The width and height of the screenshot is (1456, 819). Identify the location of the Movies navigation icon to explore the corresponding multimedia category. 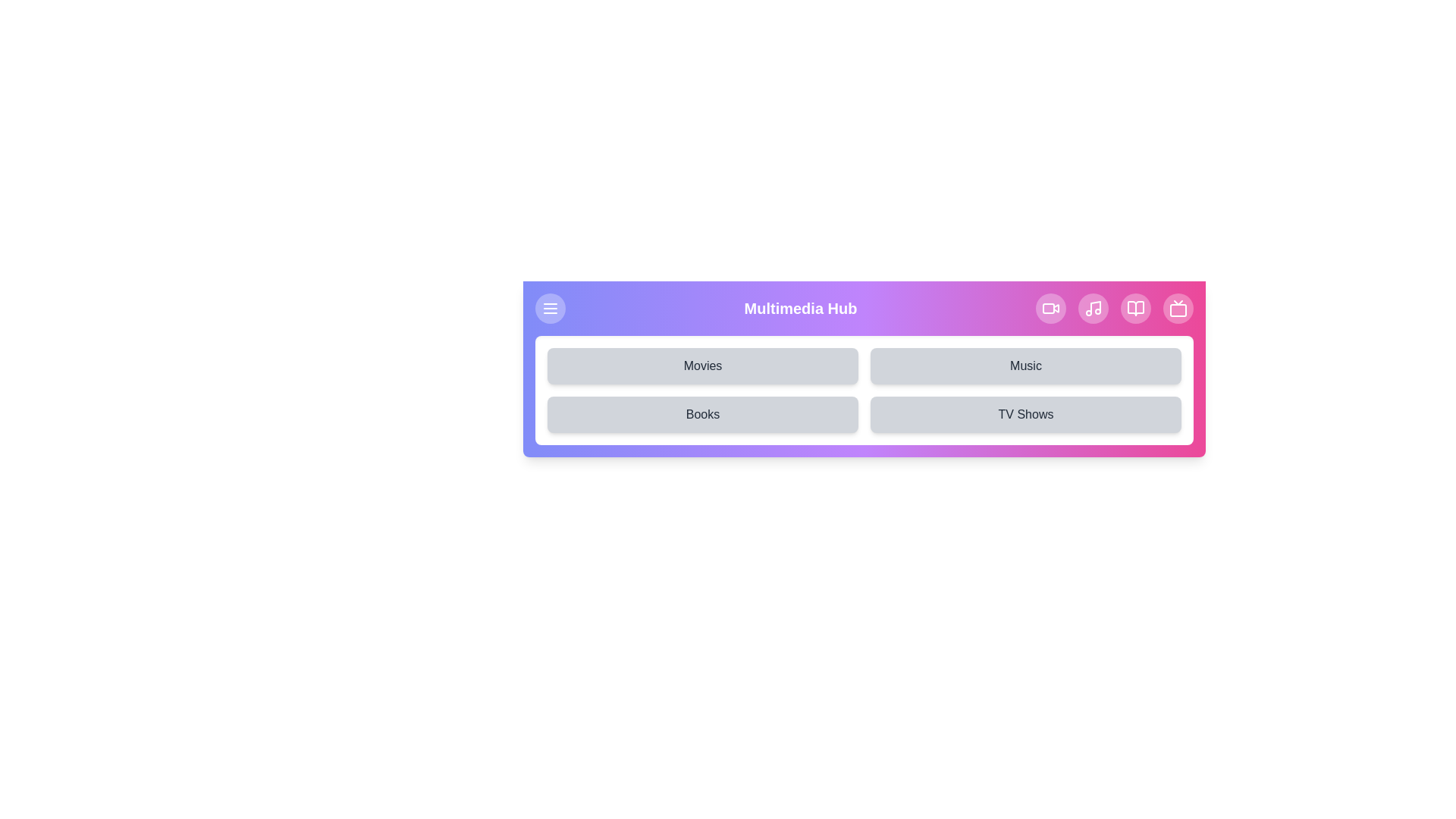
(1050, 308).